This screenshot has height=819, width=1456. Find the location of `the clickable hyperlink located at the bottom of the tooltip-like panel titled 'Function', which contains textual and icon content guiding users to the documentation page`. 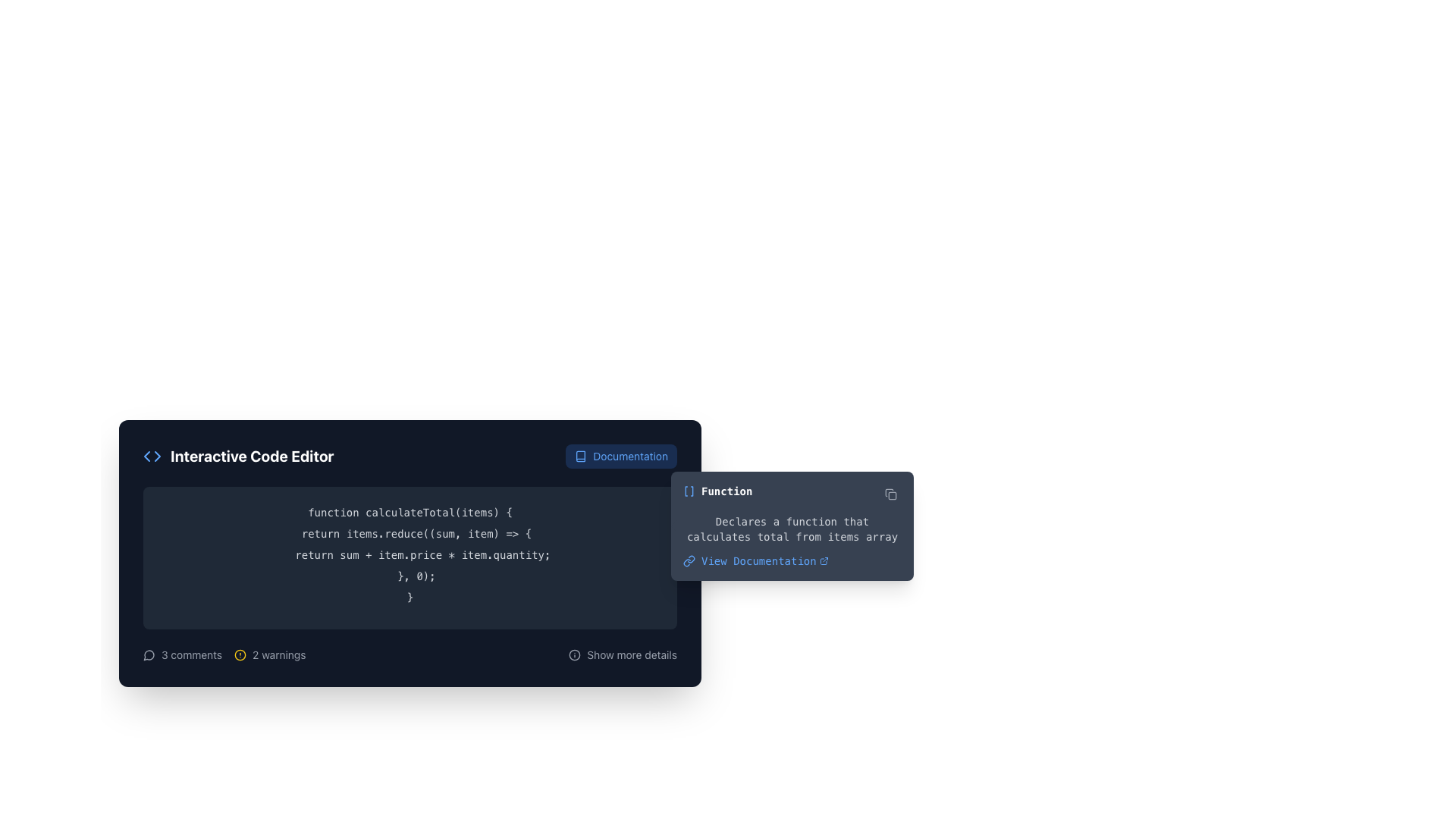

the clickable hyperlink located at the bottom of the tooltip-like panel titled 'Function', which contains textual and icon content guiding users to the documentation page is located at coordinates (792, 561).